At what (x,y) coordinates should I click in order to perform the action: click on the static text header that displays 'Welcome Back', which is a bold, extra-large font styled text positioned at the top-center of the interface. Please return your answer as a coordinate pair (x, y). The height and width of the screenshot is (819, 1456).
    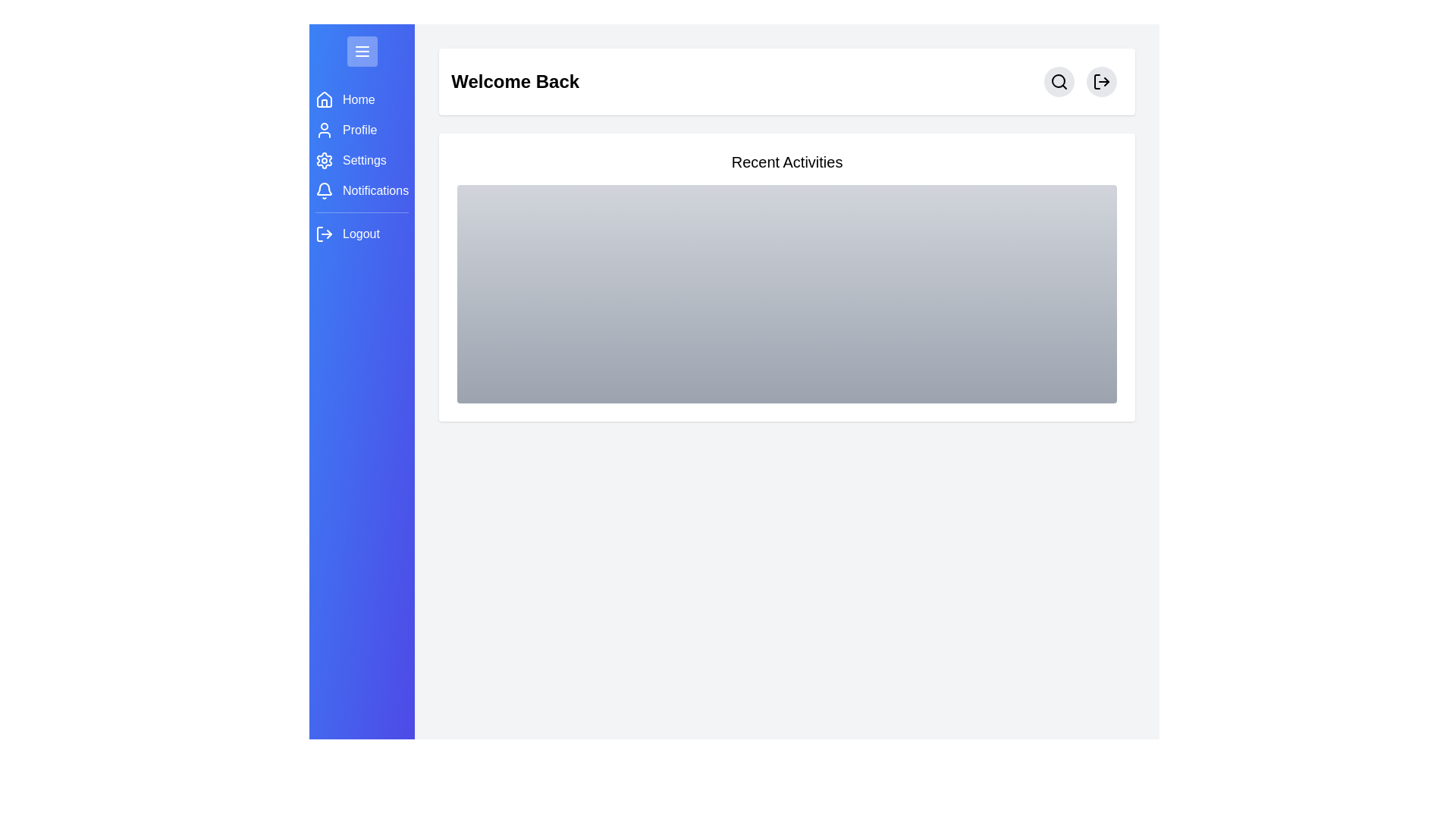
    Looking at the image, I should click on (515, 82).